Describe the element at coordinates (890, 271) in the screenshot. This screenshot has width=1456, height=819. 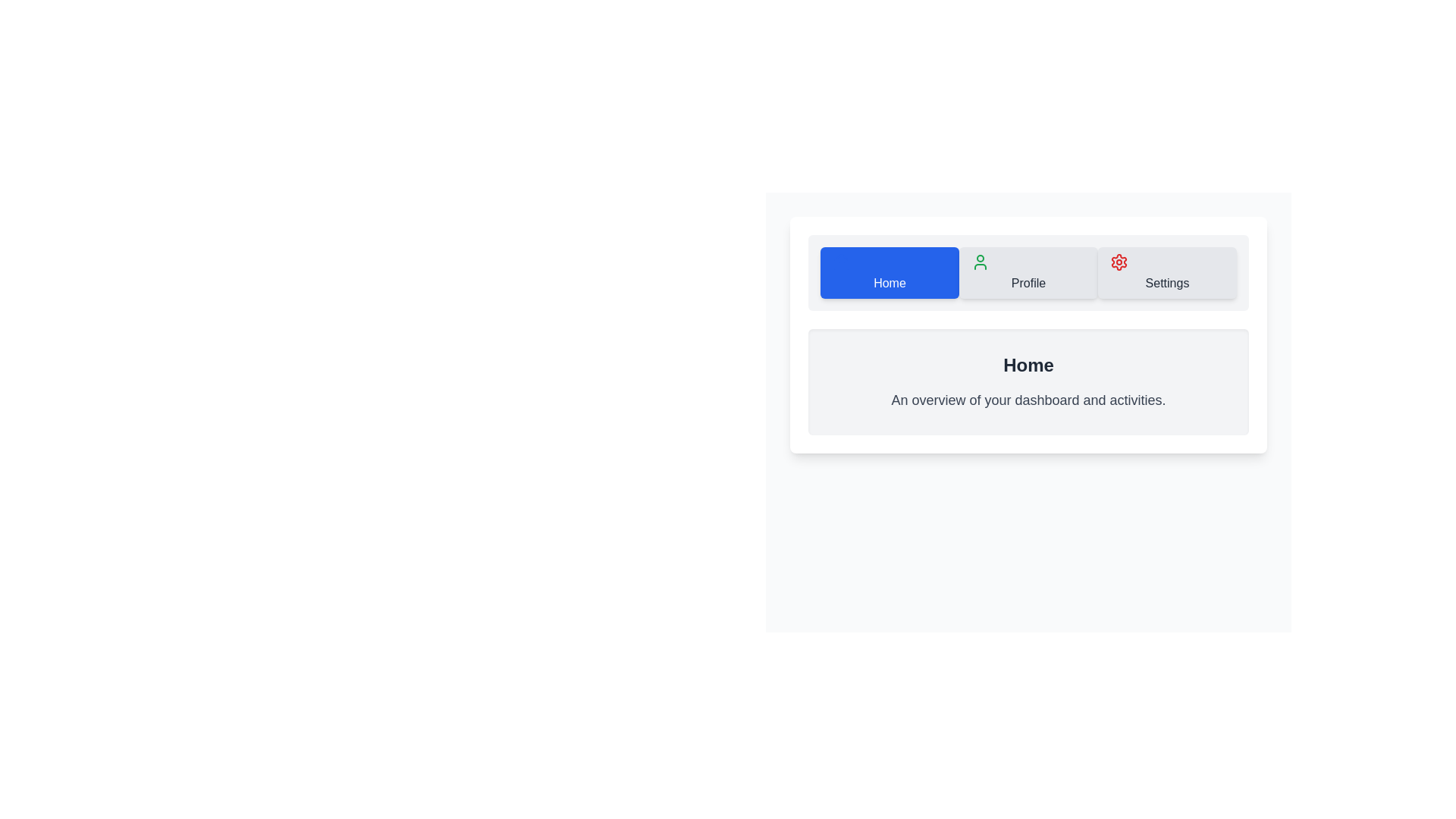
I see `the Home tab to observe its hover effect` at that location.